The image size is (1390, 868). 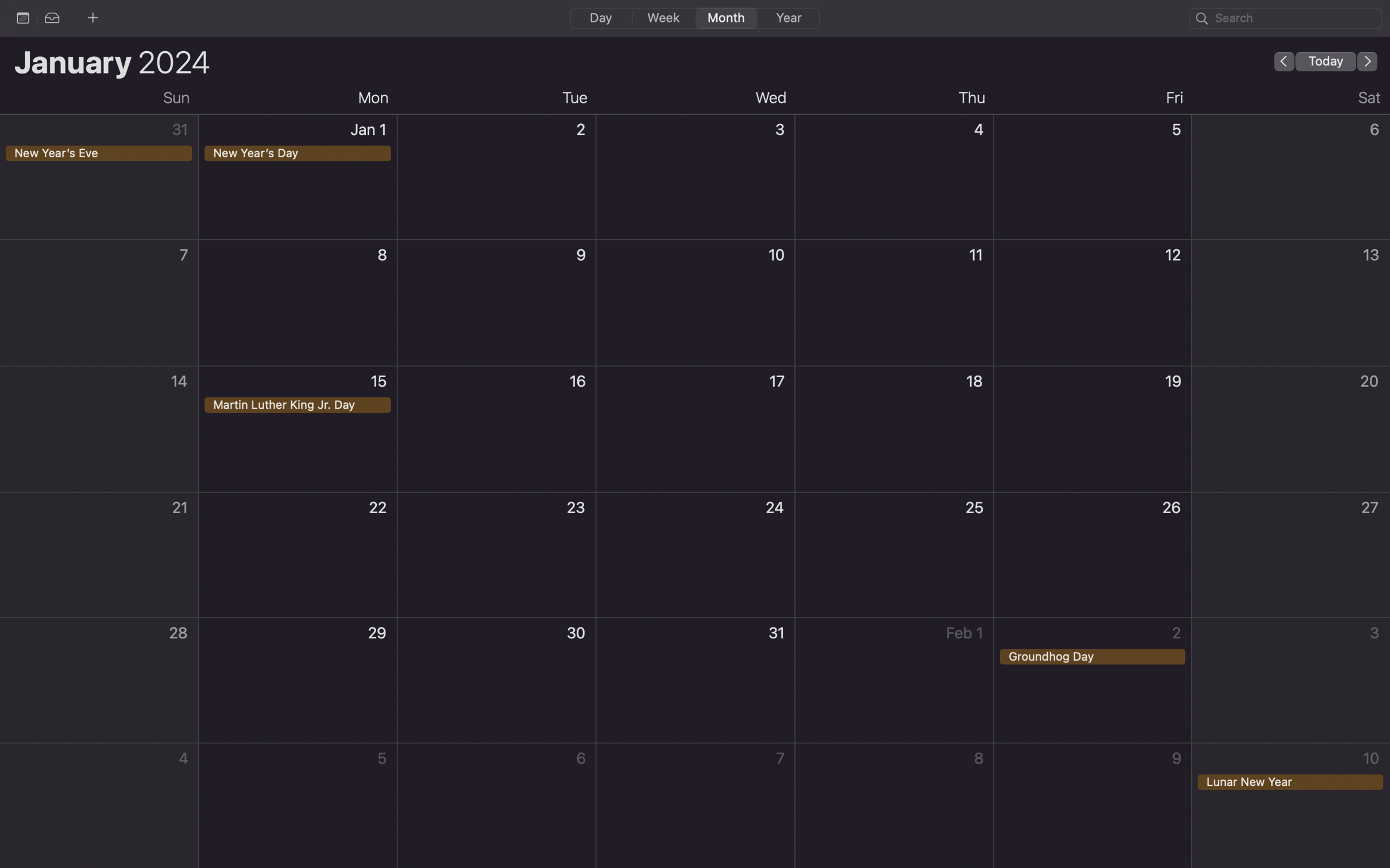 I want to click on Schedule an event for the 2nd of January, so click(x=497, y=181).